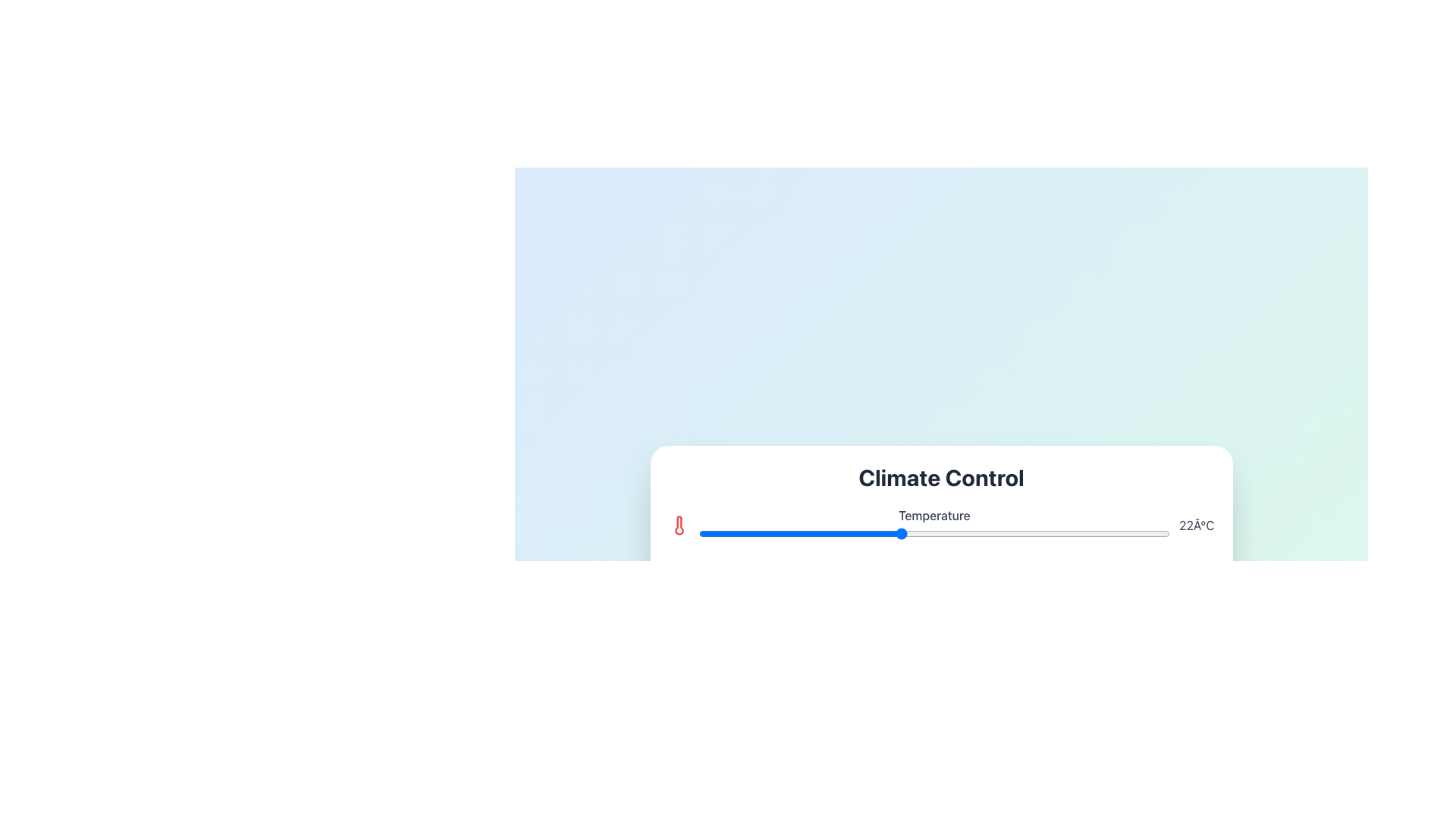 The width and height of the screenshot is (1456, 819). Describe the element at coordinates (799, 533) in the screenshot. I see `temperature` at that location.